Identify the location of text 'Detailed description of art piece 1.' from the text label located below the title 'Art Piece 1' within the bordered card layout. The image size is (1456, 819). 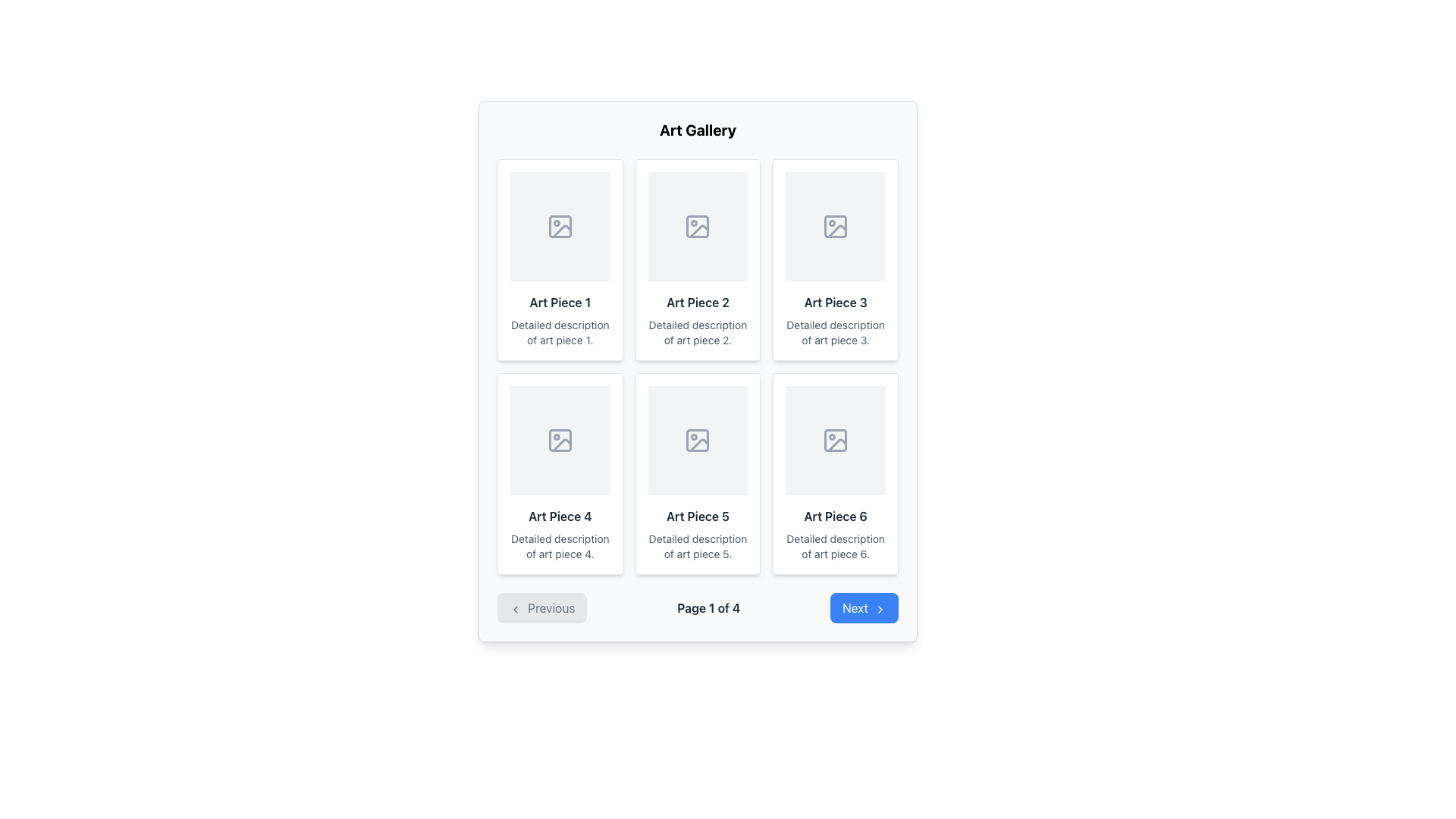
(559, 332).